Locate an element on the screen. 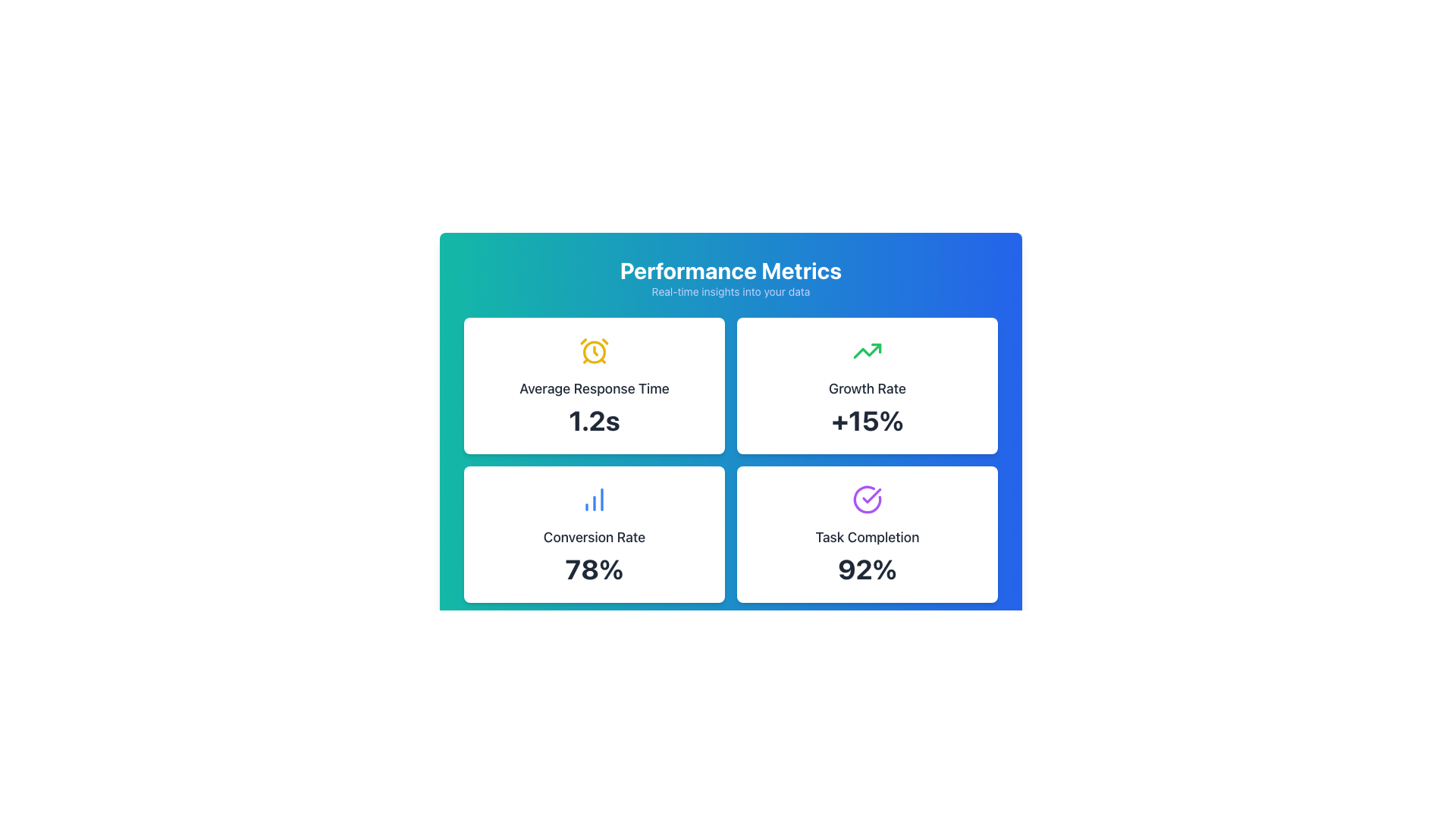 This screenshot has height=819, width=1456. the upward progress line graph styled icon, which is a bold green arrow pointing upward to the right, located in the 'Growth Rate' box above the 'Growth Rate' and '+15%' texts is located at coordinates (867, 350).